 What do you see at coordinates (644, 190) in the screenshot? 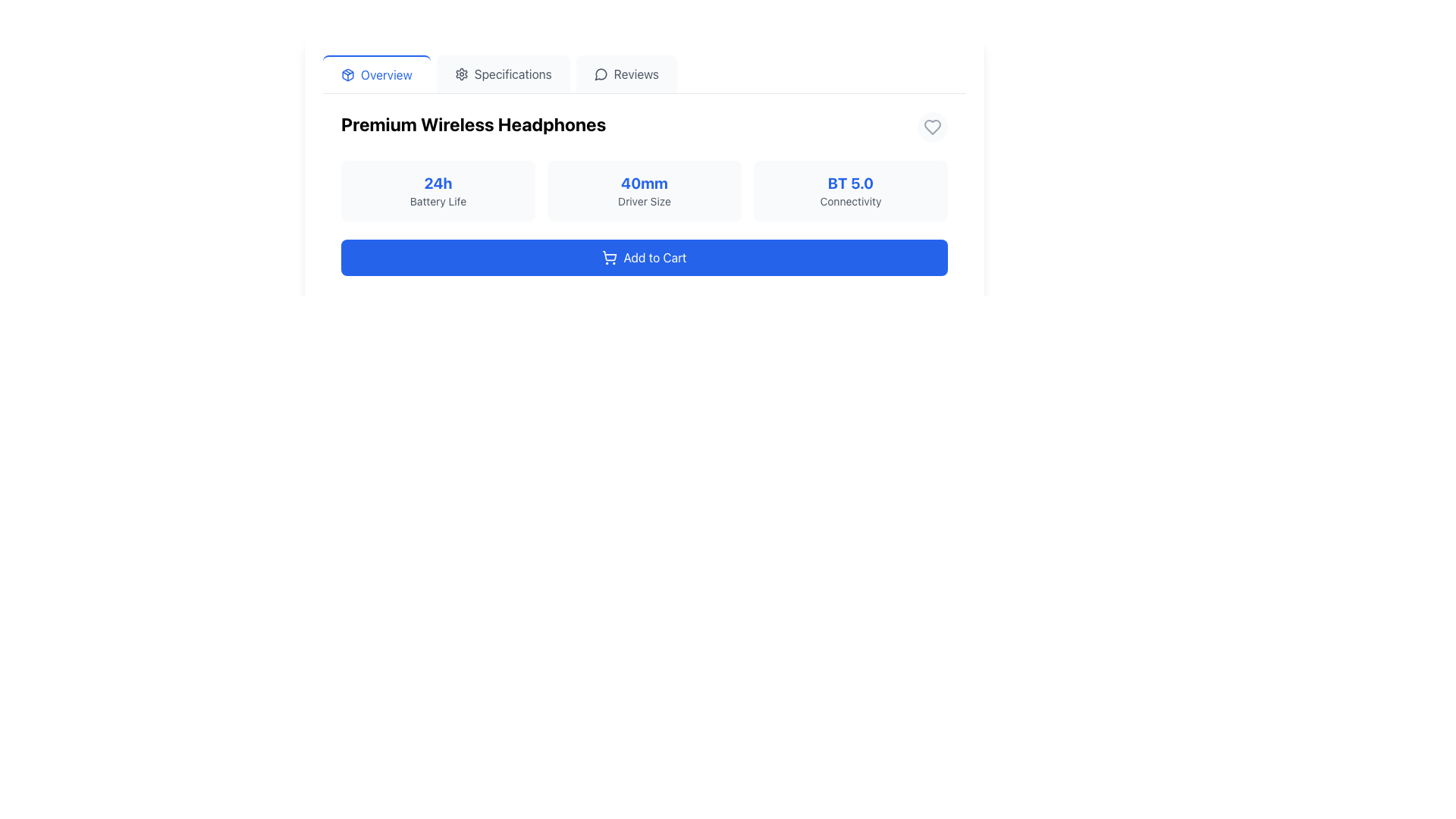
I see `the static text display component that shows '40mm' in bold blue text, located in the second card of a horizontal grid layout` at bounding box center [644, 190].